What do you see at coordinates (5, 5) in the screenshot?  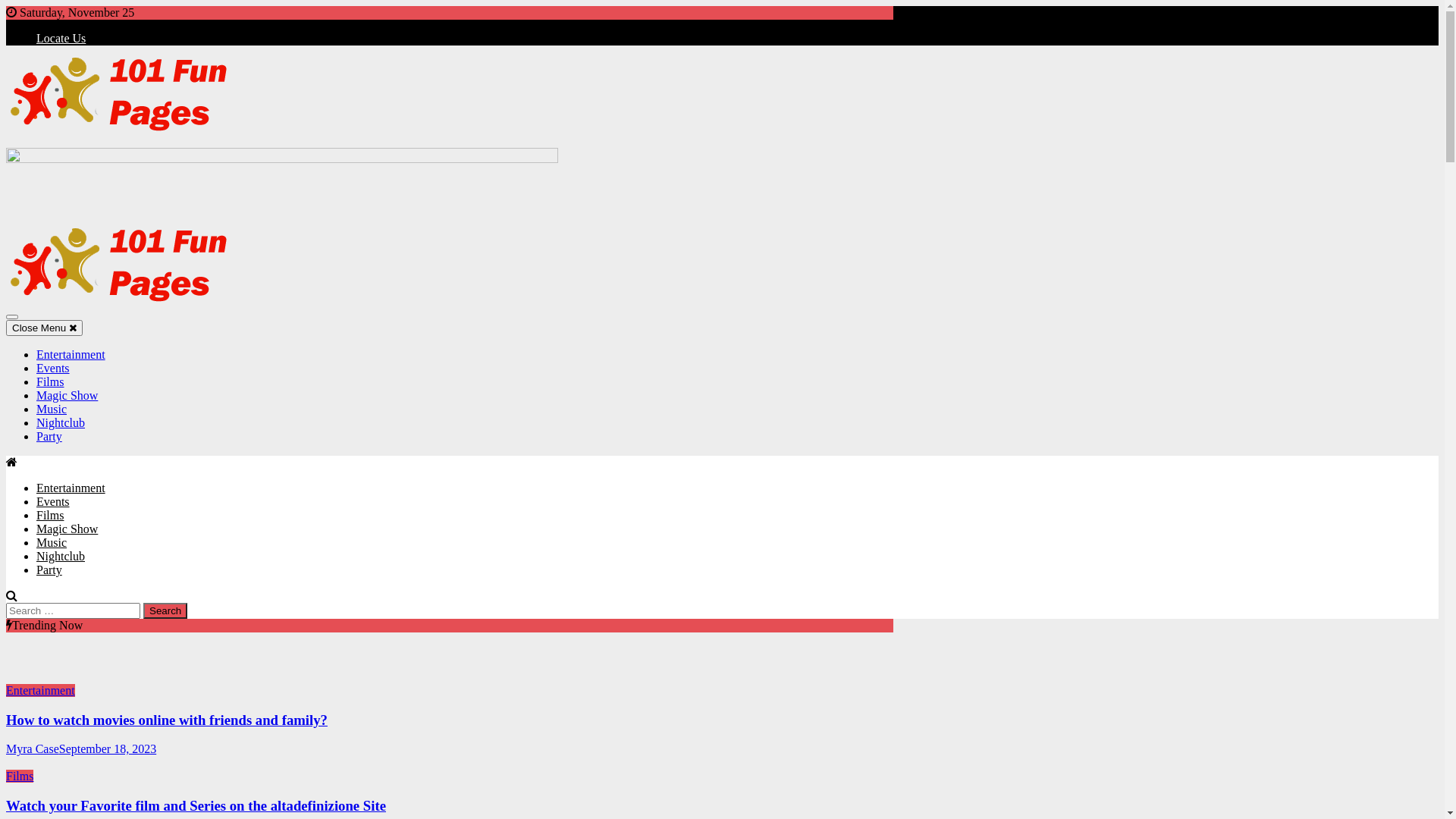 I see `'Skip to content'` at bounding box center [5, 5].